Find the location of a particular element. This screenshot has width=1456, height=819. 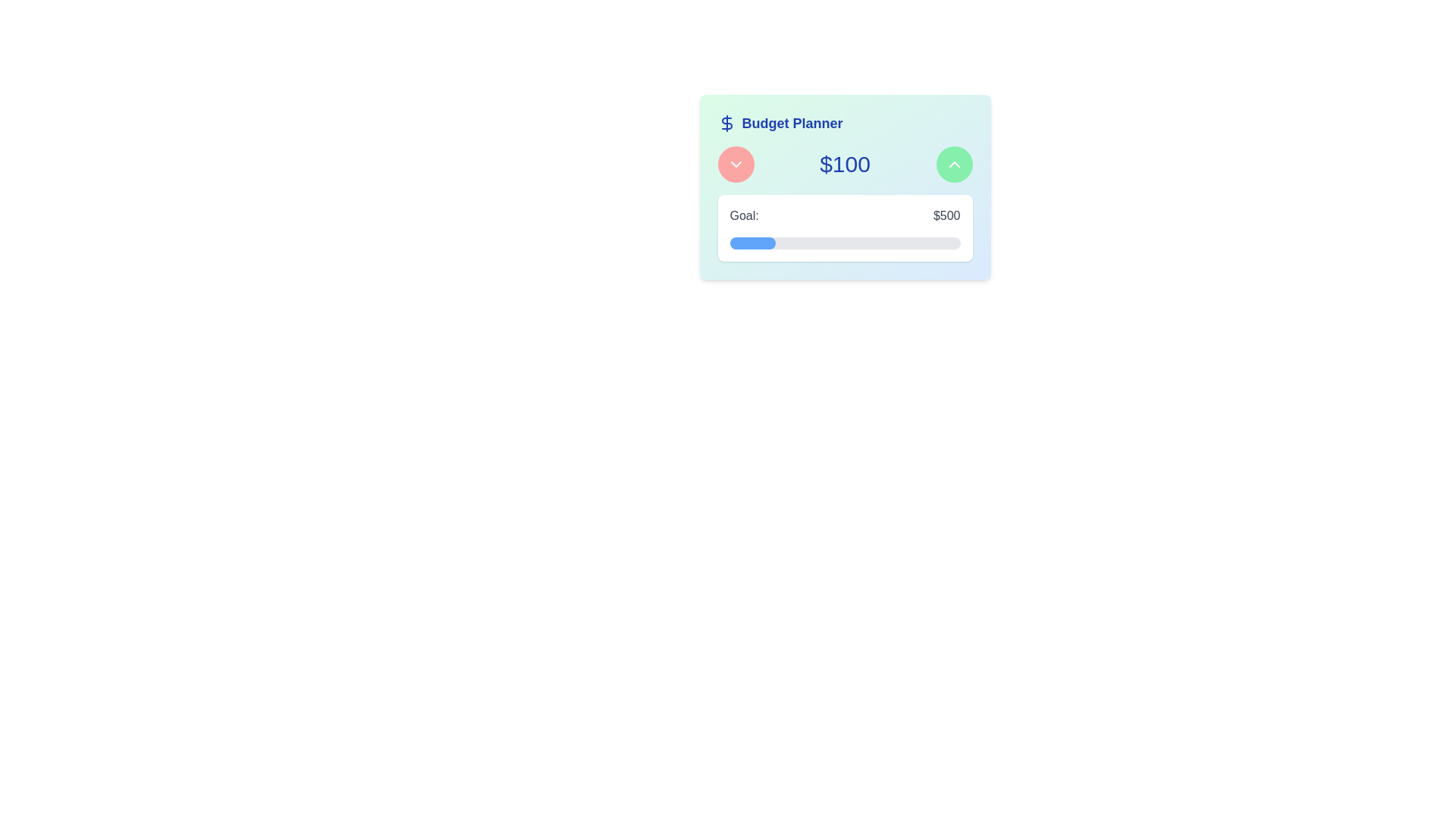

the bold blue text label 'Budget Planner' with the adjacent dollar sign icon is located at coordinates (844, 122).